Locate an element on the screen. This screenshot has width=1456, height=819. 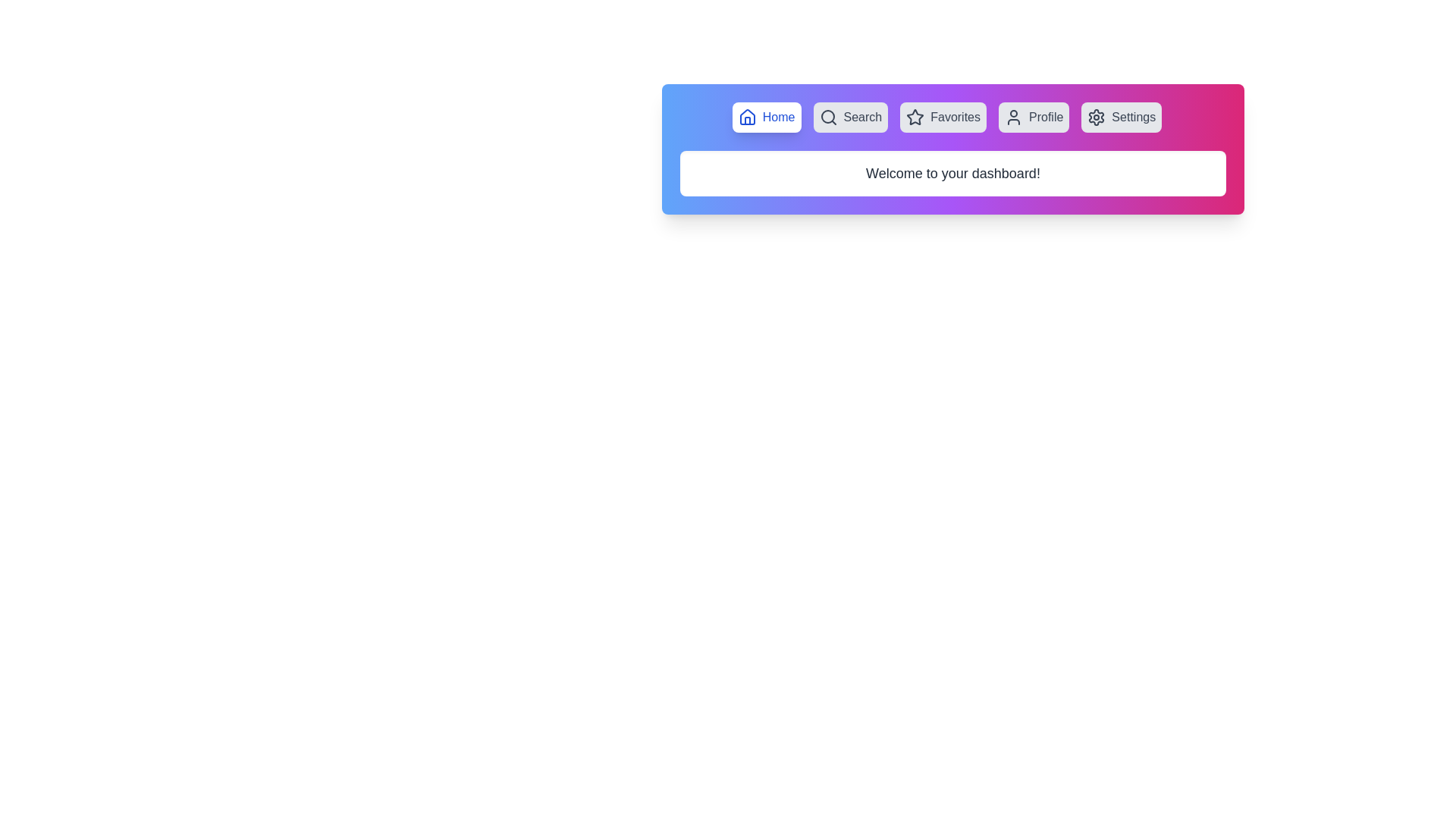
the 'Home' icon located on the leftmost side of the top navigation bar, which serves as a graphical representation of the 'Home' functionality leading to the dashboard is located at coordinates (747, 116).